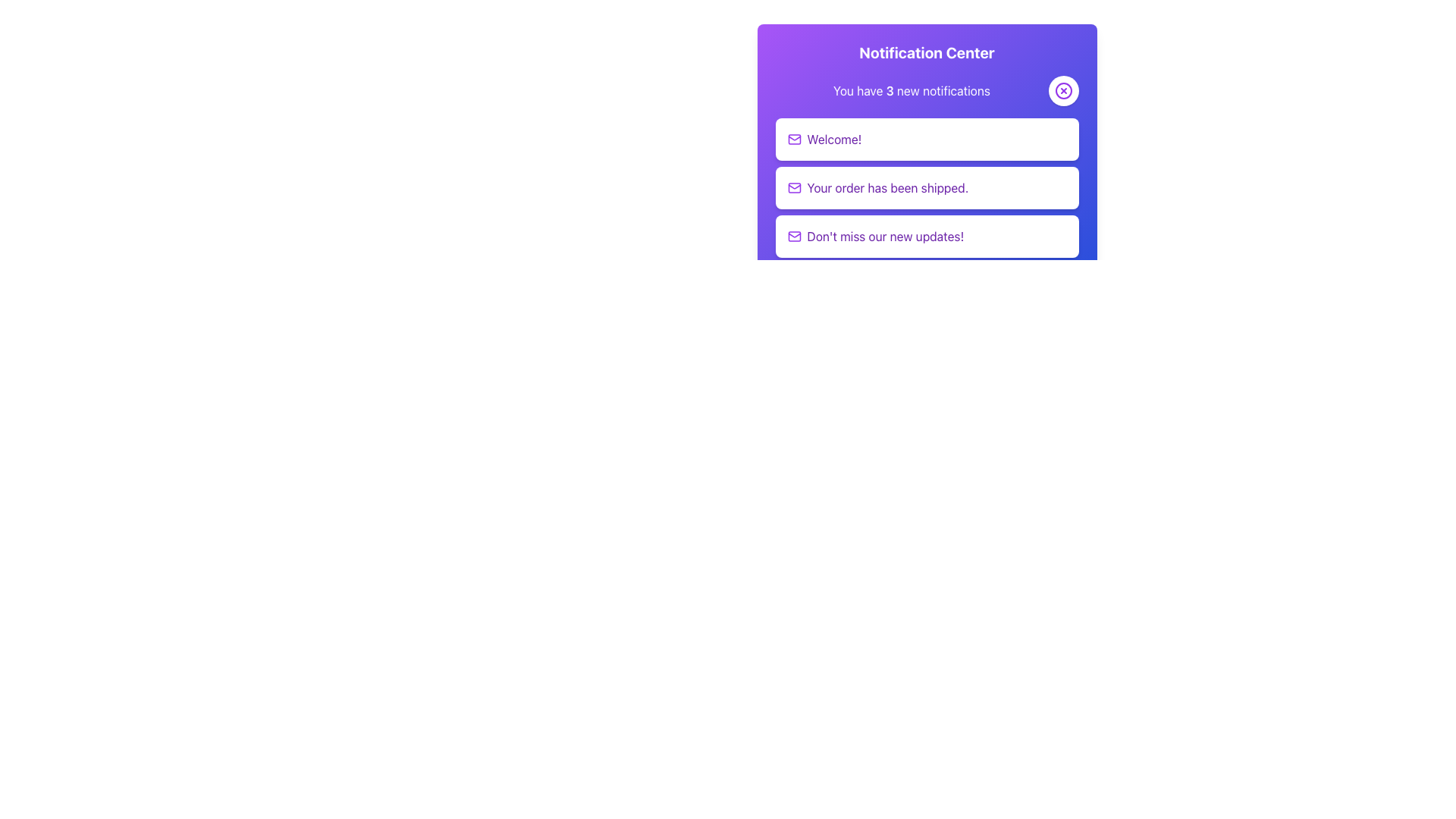  I want to click on the close button located at the top-right corner of the notification panel, so click(1062, 90).